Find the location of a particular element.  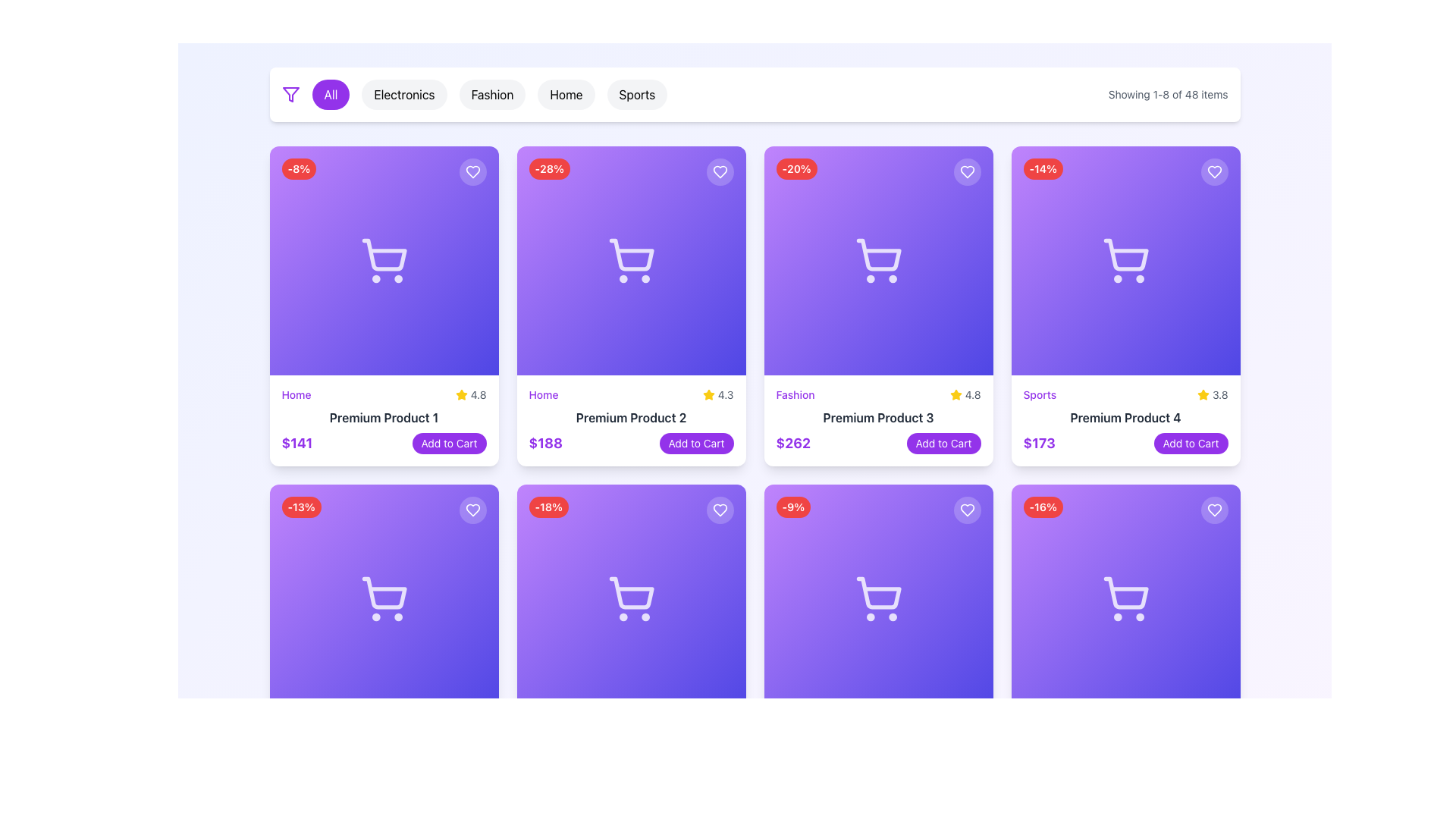

the primary icon located in the product image section of the product card, which visually indicates a discount offer is located at coordinates (631, 598).